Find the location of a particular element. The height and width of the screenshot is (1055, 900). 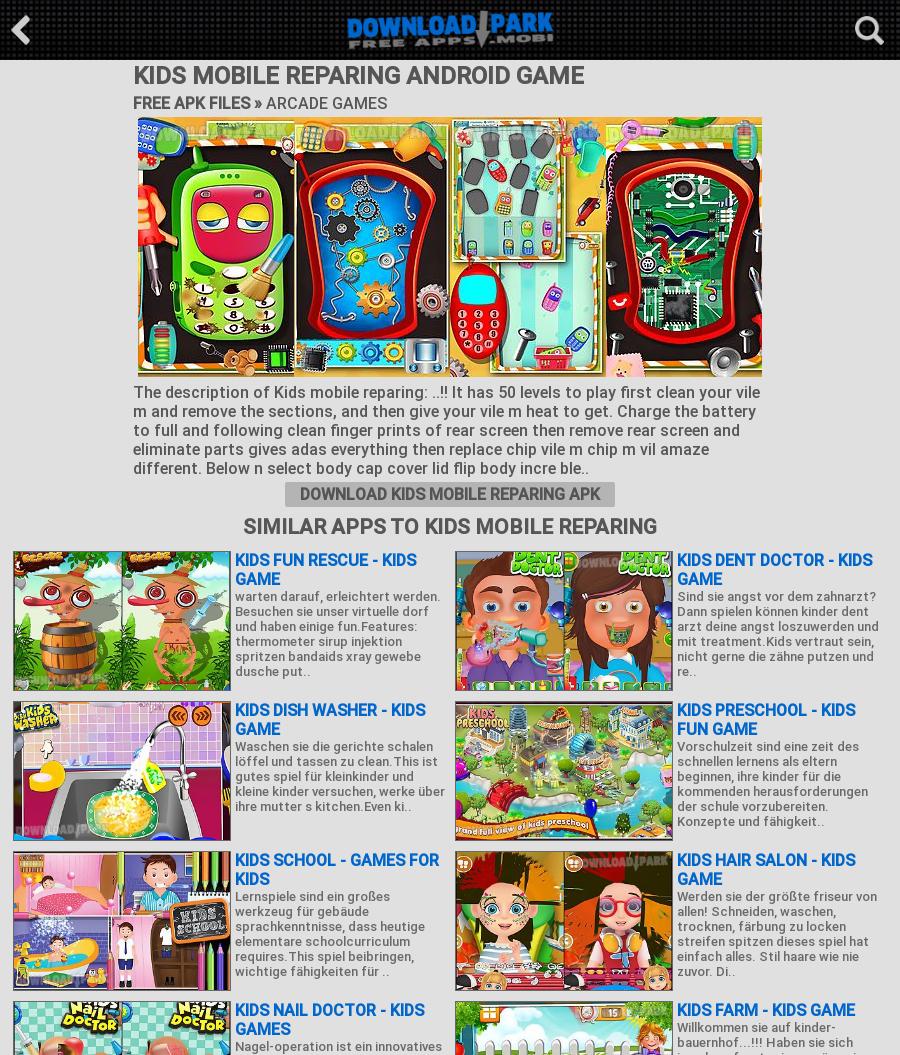

'Vorschulzeit sind eine zeit des schnellen lernens als eltern beginnen, ihre kinder für die kommenden herausforderungen der schule vorzubereiten. Konzepte und fähigkeit..' is located at coordinates (771, 782).